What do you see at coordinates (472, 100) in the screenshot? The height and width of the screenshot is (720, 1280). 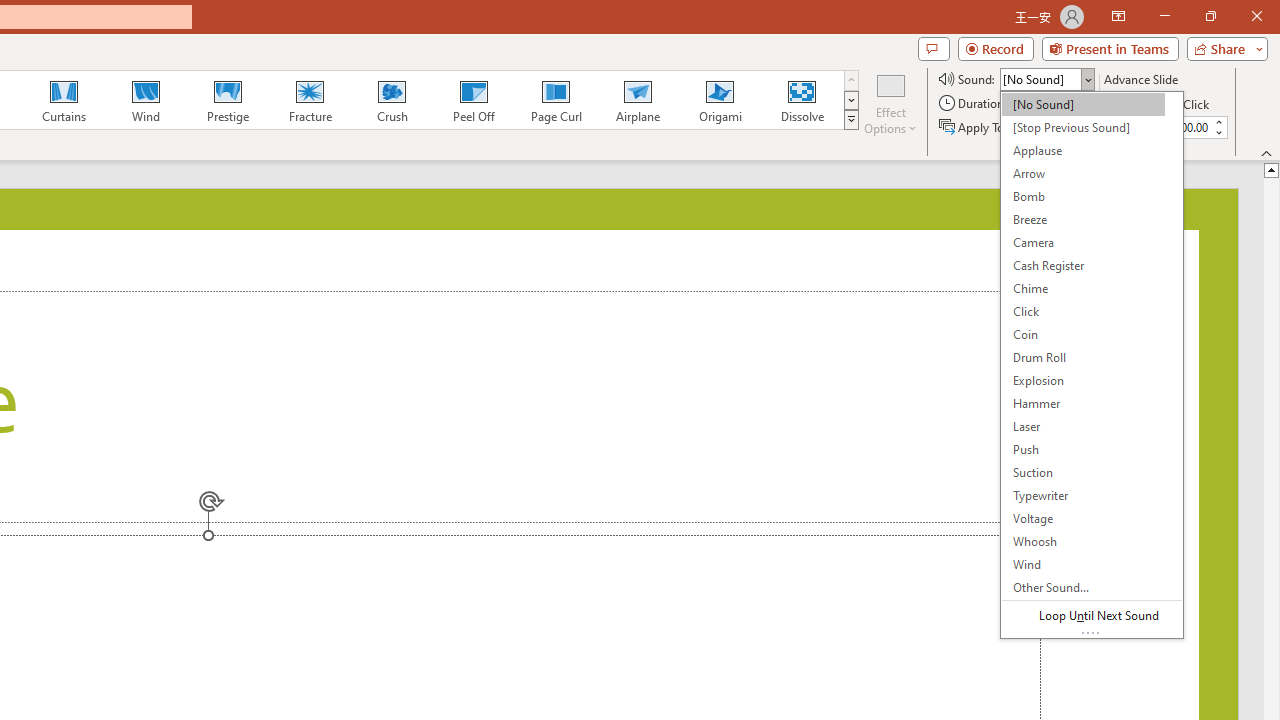 I see `'Peel Off'` at bounding box center [472, 100].